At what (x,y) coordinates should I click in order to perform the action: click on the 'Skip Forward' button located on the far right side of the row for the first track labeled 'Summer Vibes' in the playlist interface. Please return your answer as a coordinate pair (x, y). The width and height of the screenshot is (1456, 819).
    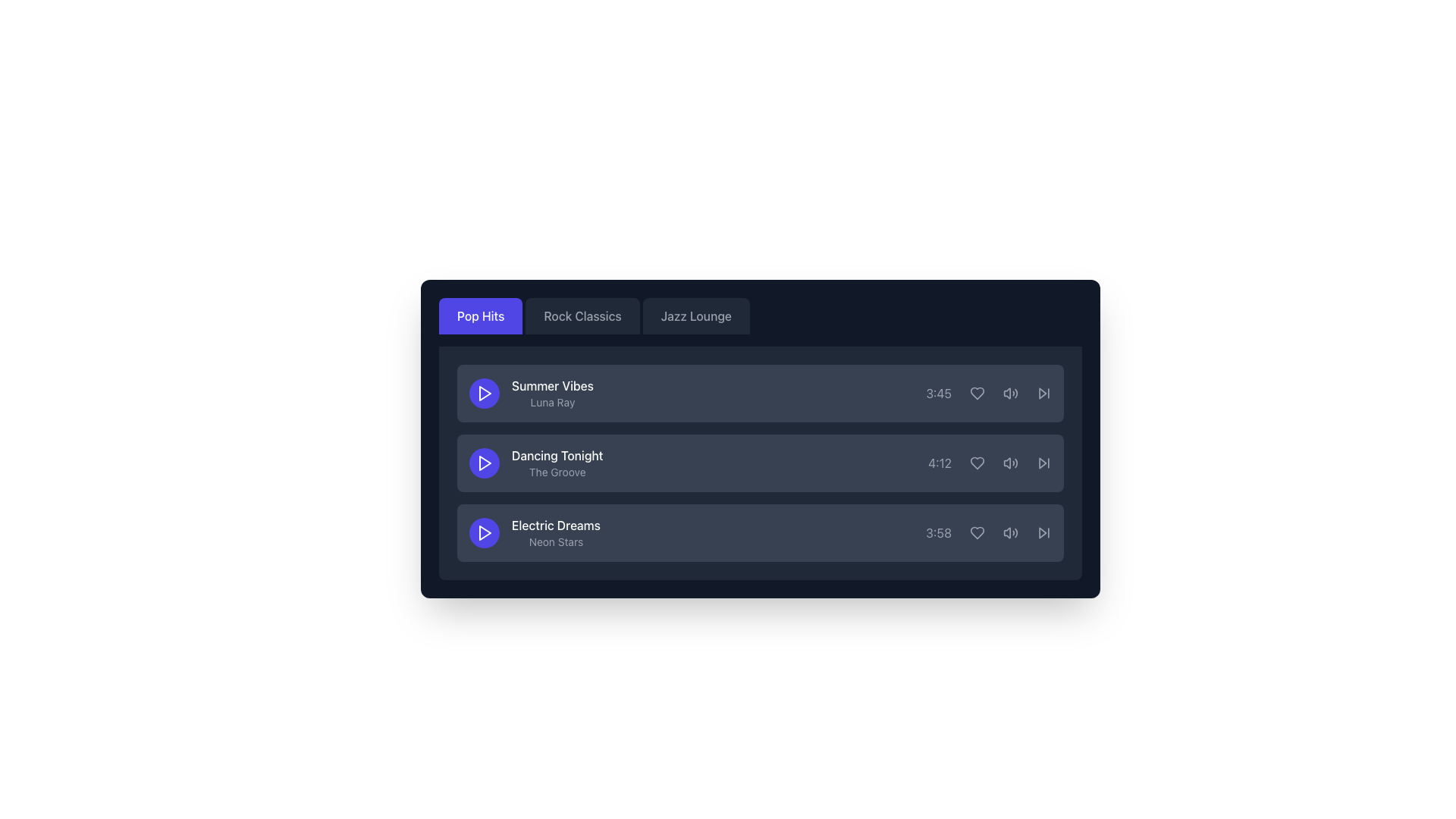
    Looking at the image, I should click on (1043, 393).